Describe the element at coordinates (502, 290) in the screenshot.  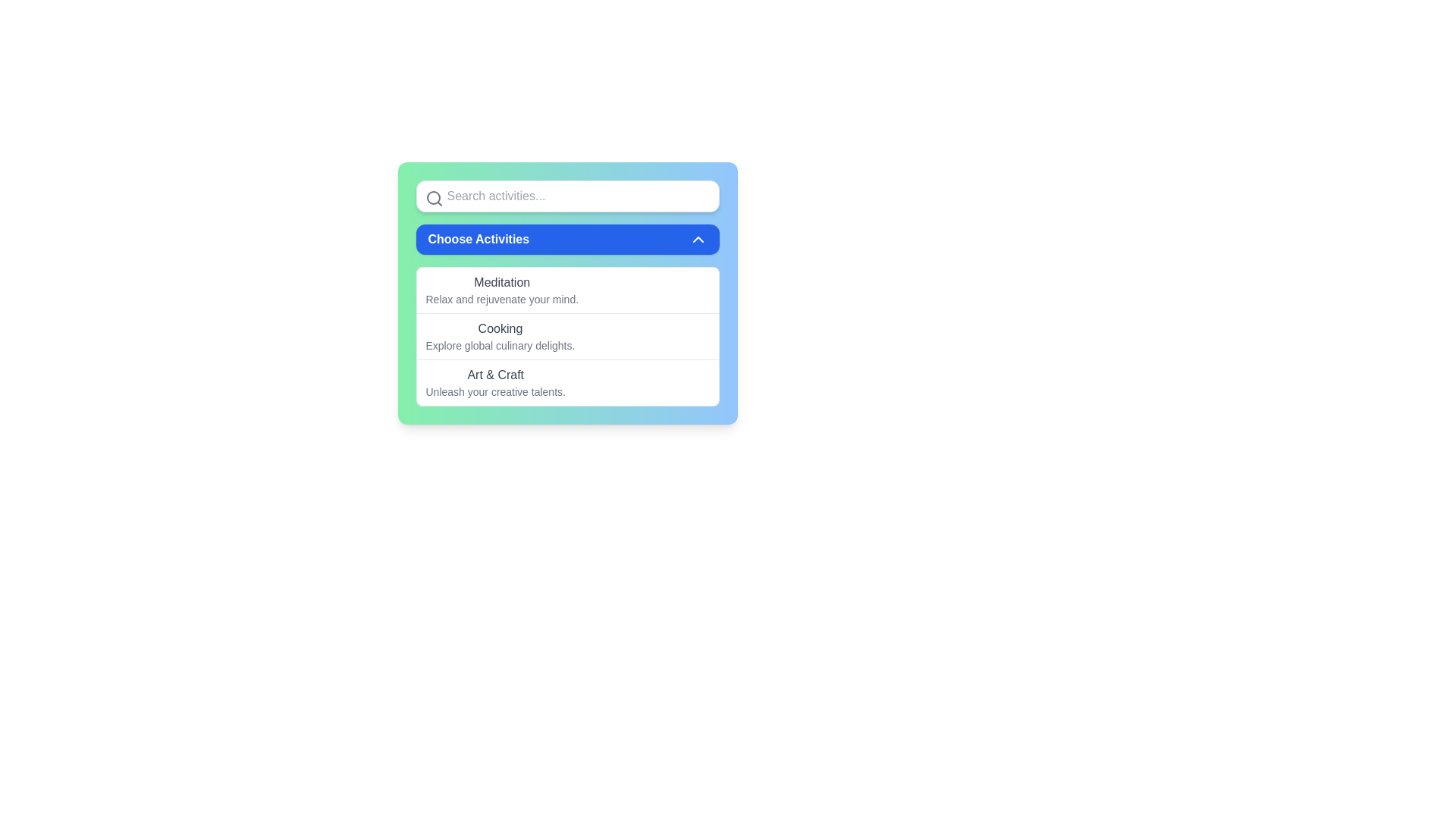
I see `the first selectable item in the list titled 'Meditation'` at that location.